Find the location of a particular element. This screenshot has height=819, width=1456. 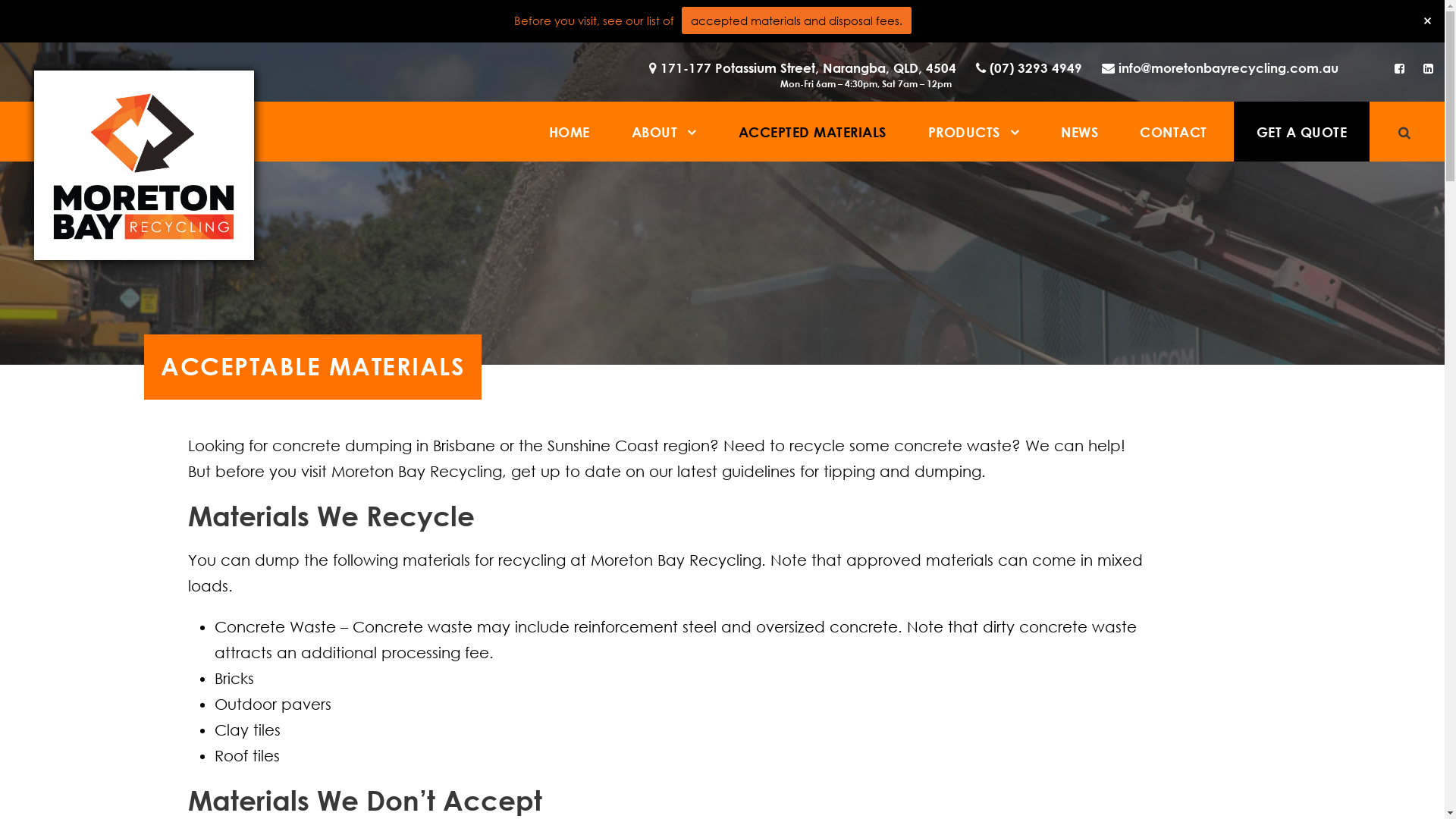

'PRODUCTS' is located at coordinates (974, 130).